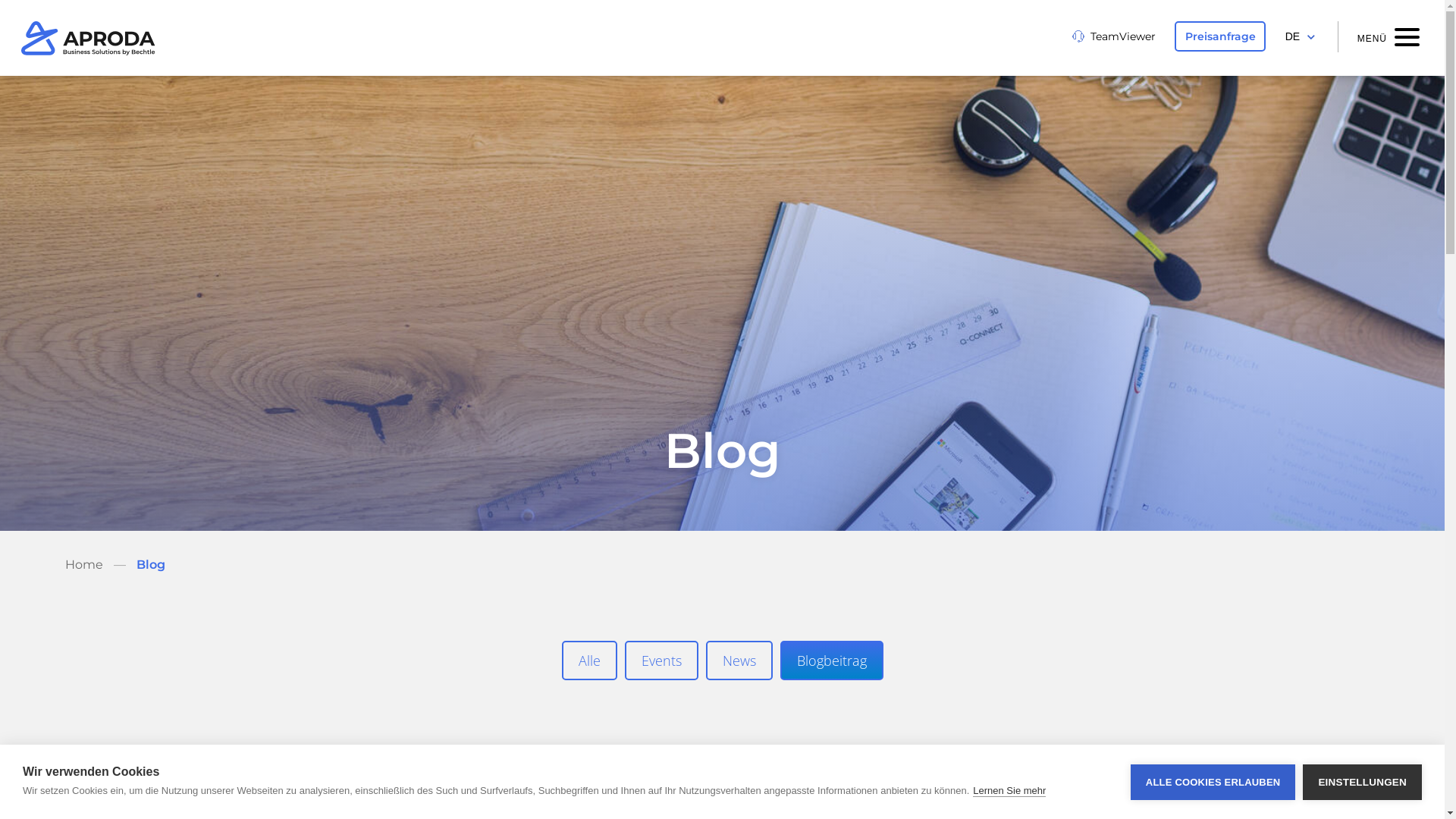  What do you see at coordinates (150, 564) in the screenshot?
I see `'Blog'` at bounding box center [150, 564].